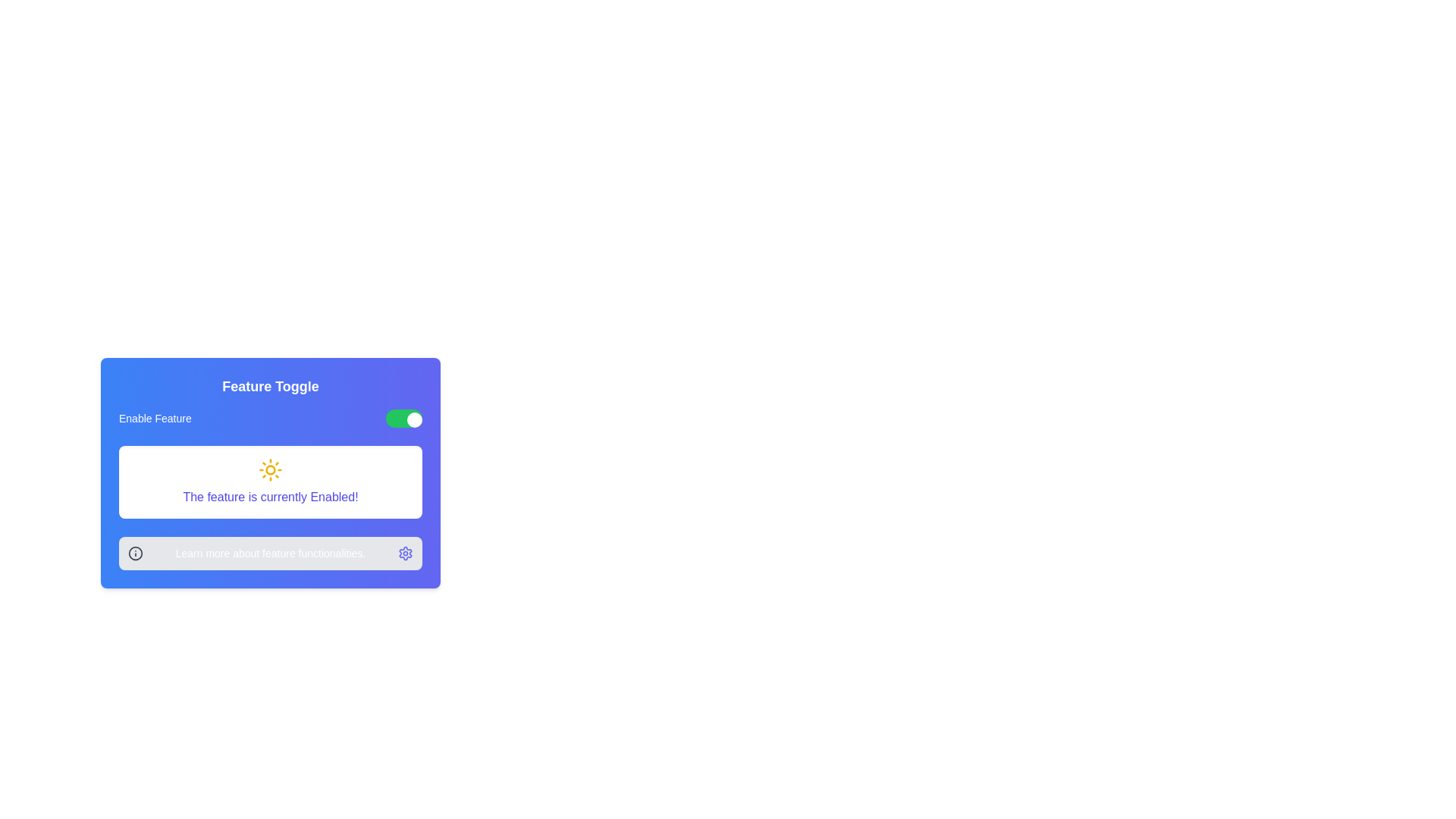 The height and width of the screenshot is (819, 1456). What do you see at coordinates (405, 553) in the screenshot?
I see `settings icon within the SVG graphical element located at the bottom-right corner of the Feature Toggle dialog to reveal additional options` at bounding box center [405, 553].